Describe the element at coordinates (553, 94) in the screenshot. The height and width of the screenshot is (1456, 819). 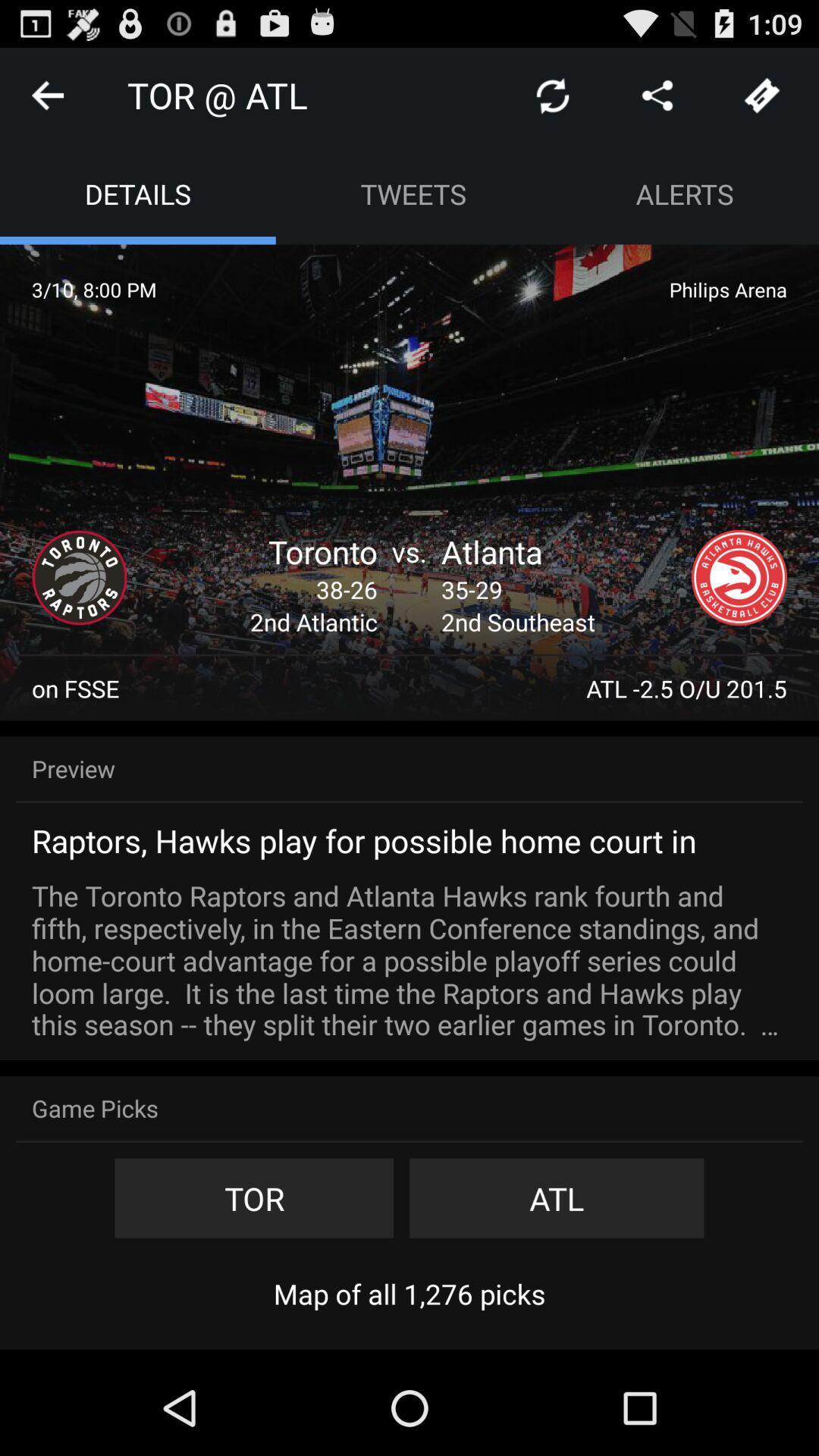
I see `refresh page` at that location.